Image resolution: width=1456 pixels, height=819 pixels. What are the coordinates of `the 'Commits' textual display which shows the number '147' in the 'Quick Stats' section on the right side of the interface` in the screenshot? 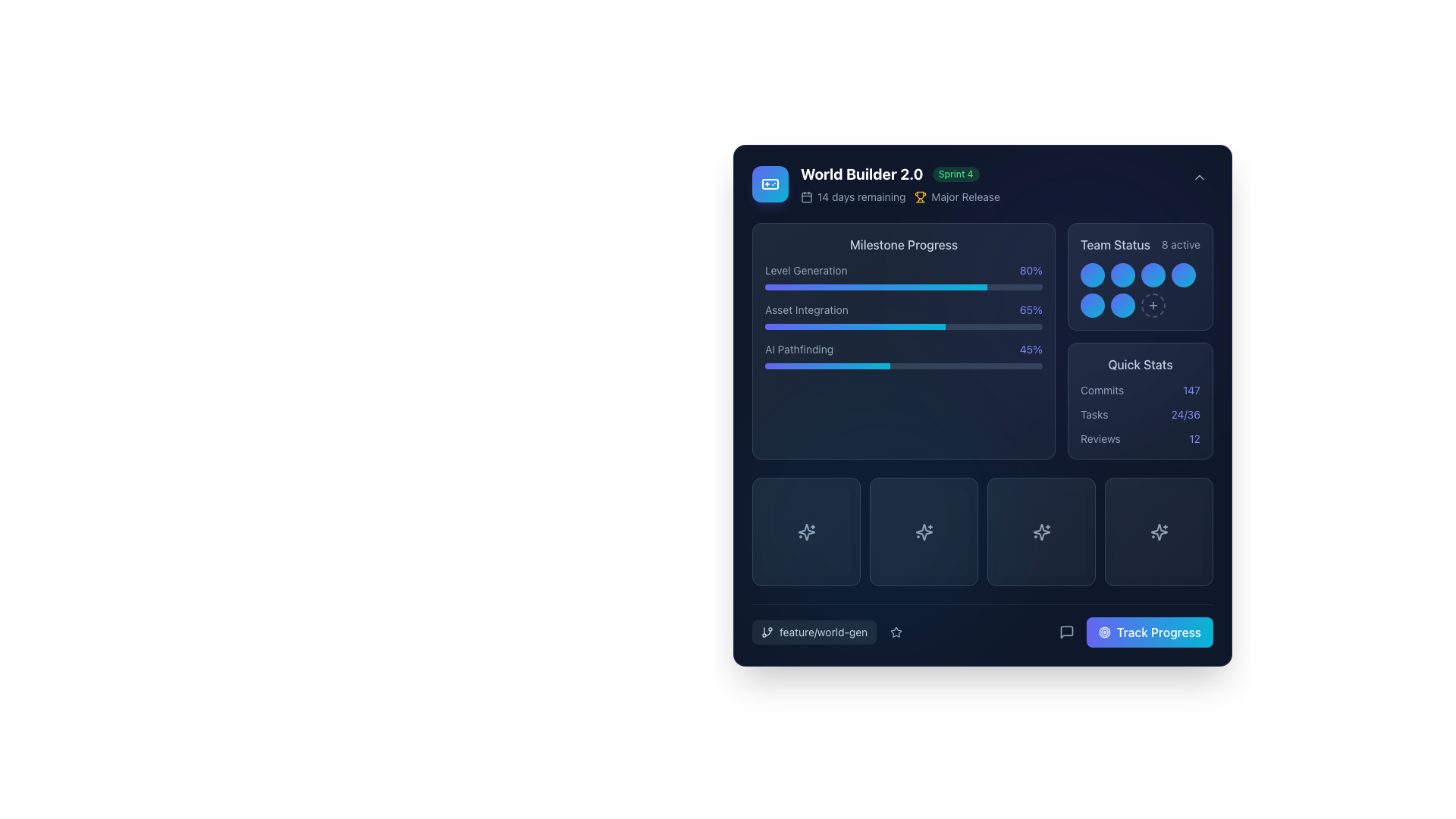 It's located at (1140, 390).